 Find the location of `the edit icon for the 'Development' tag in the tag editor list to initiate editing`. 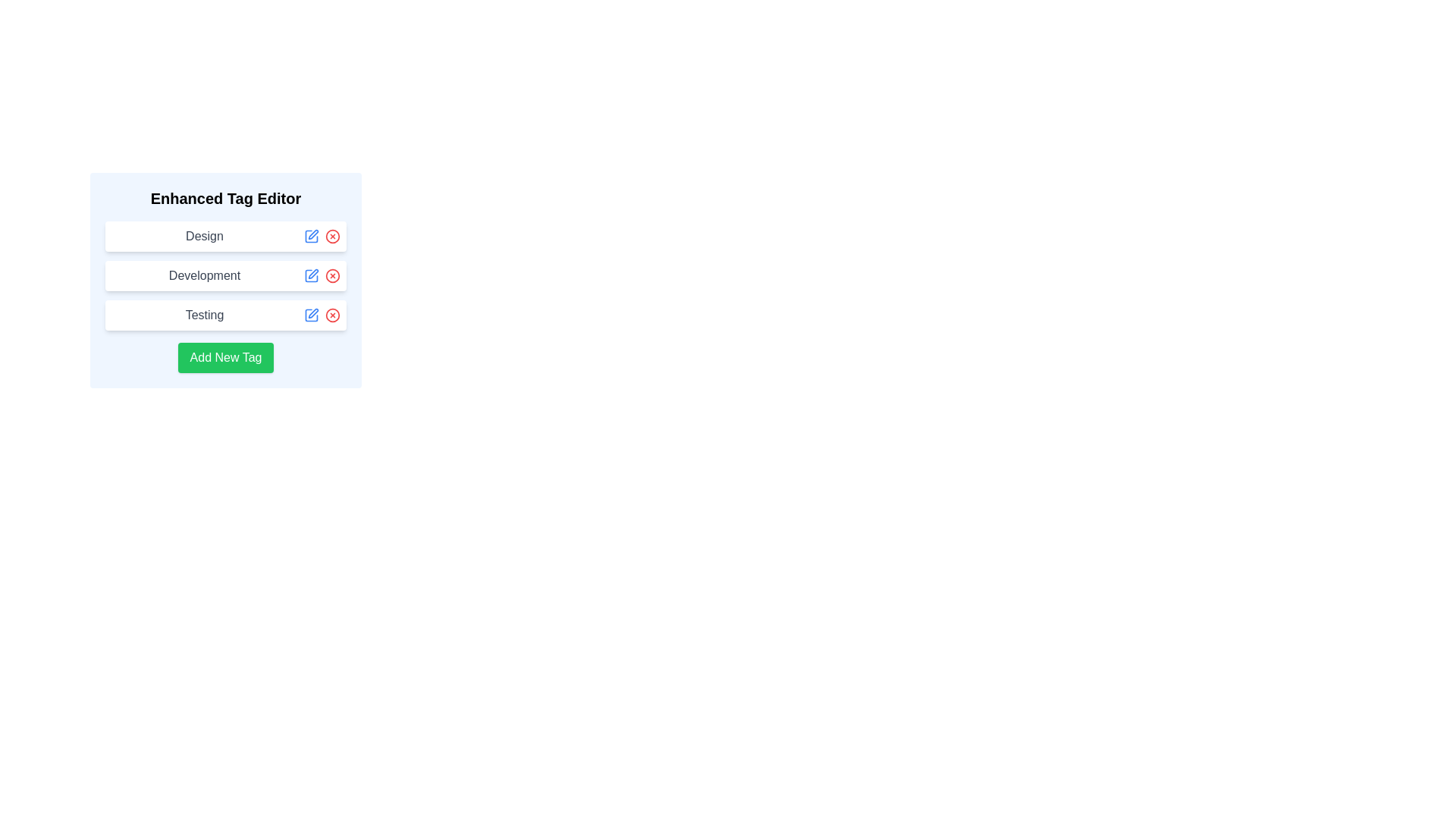

the edit icon for the 'Development' tag in the tag editor list to initiate editing is located at coordinates (312, 274).